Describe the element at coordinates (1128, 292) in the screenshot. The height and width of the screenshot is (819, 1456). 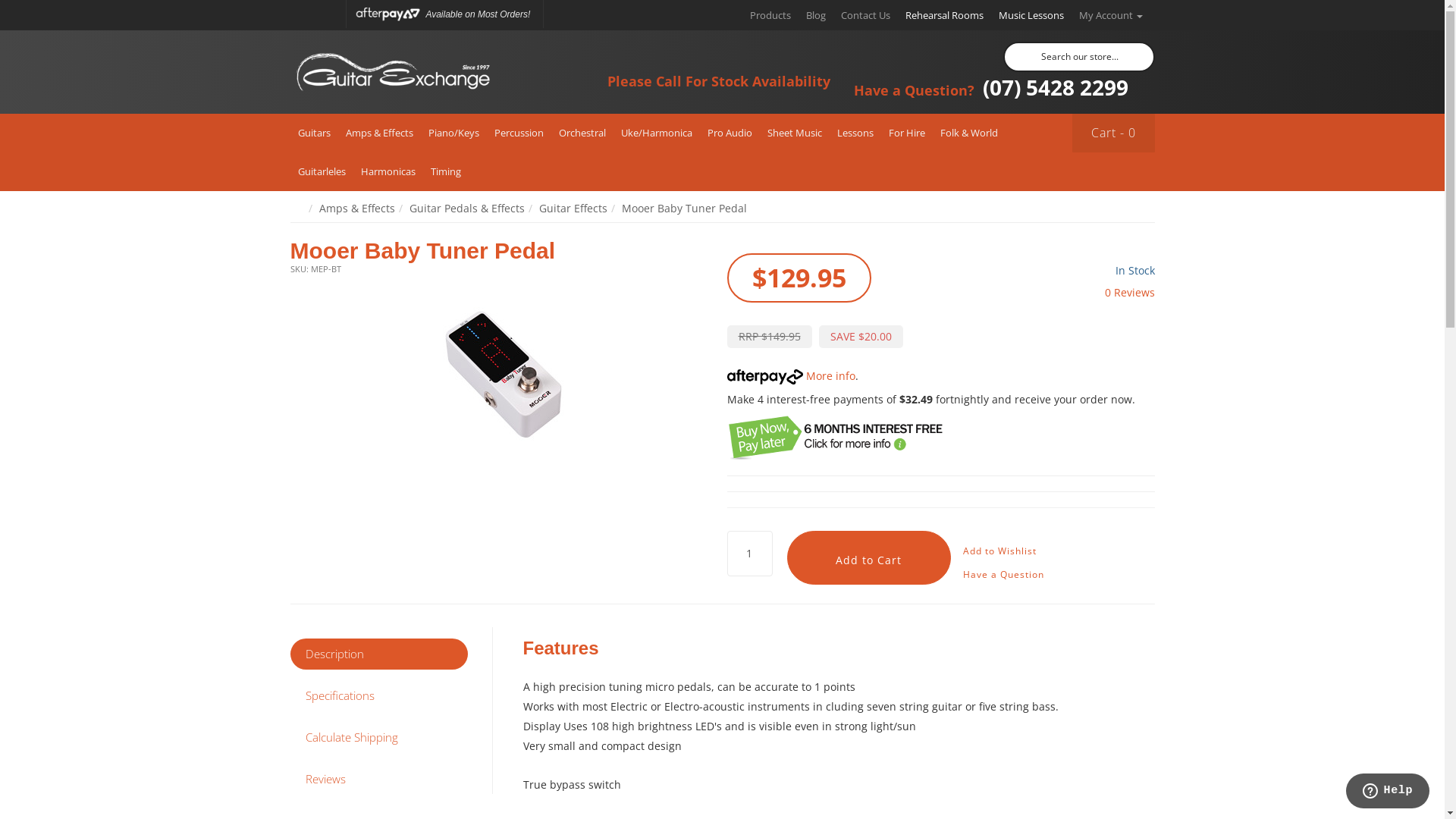
I see `'0 Reviews'` at that location.